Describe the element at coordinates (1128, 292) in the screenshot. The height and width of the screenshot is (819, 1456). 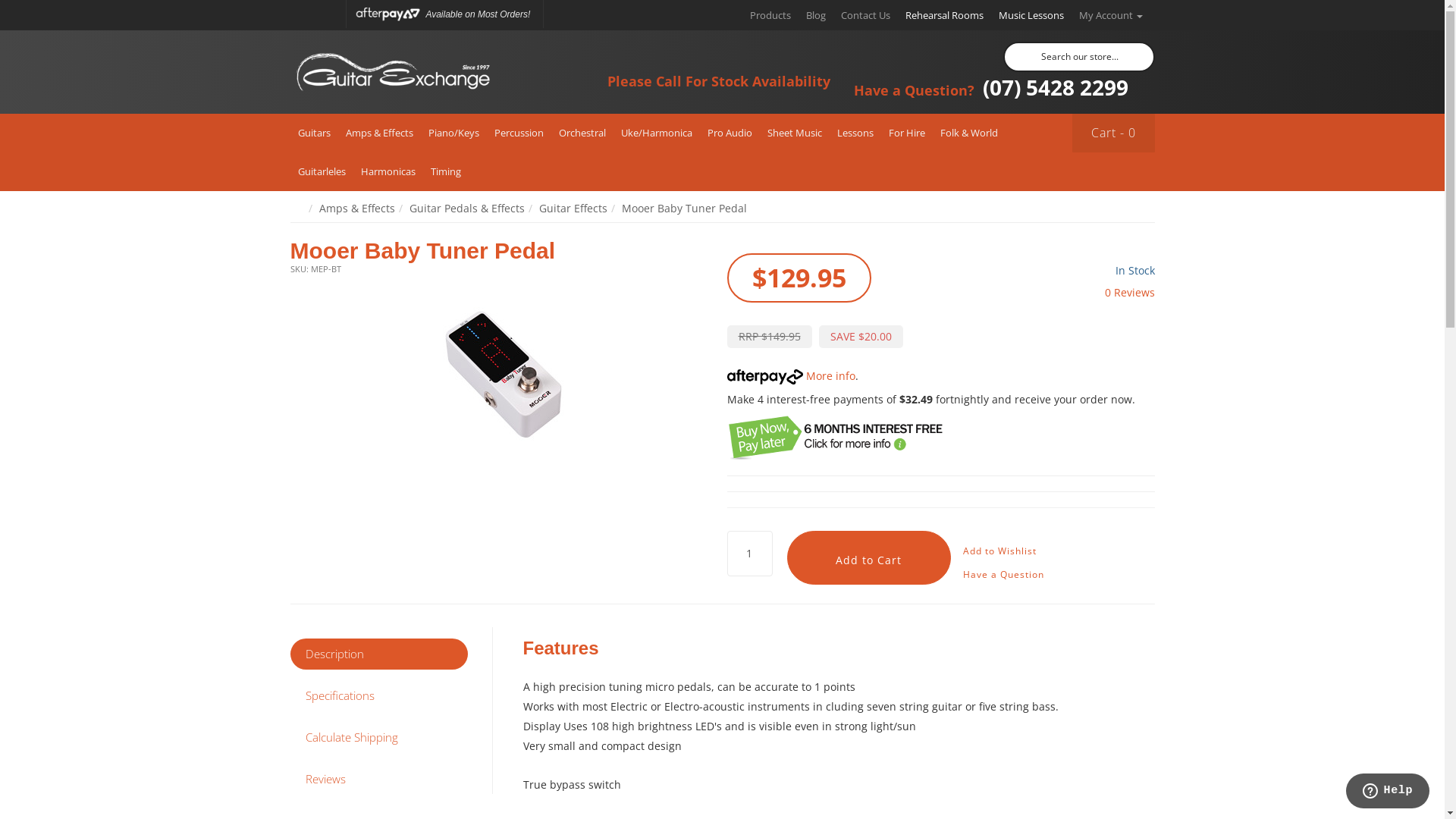
I see `'0 Reviews'` at that location.